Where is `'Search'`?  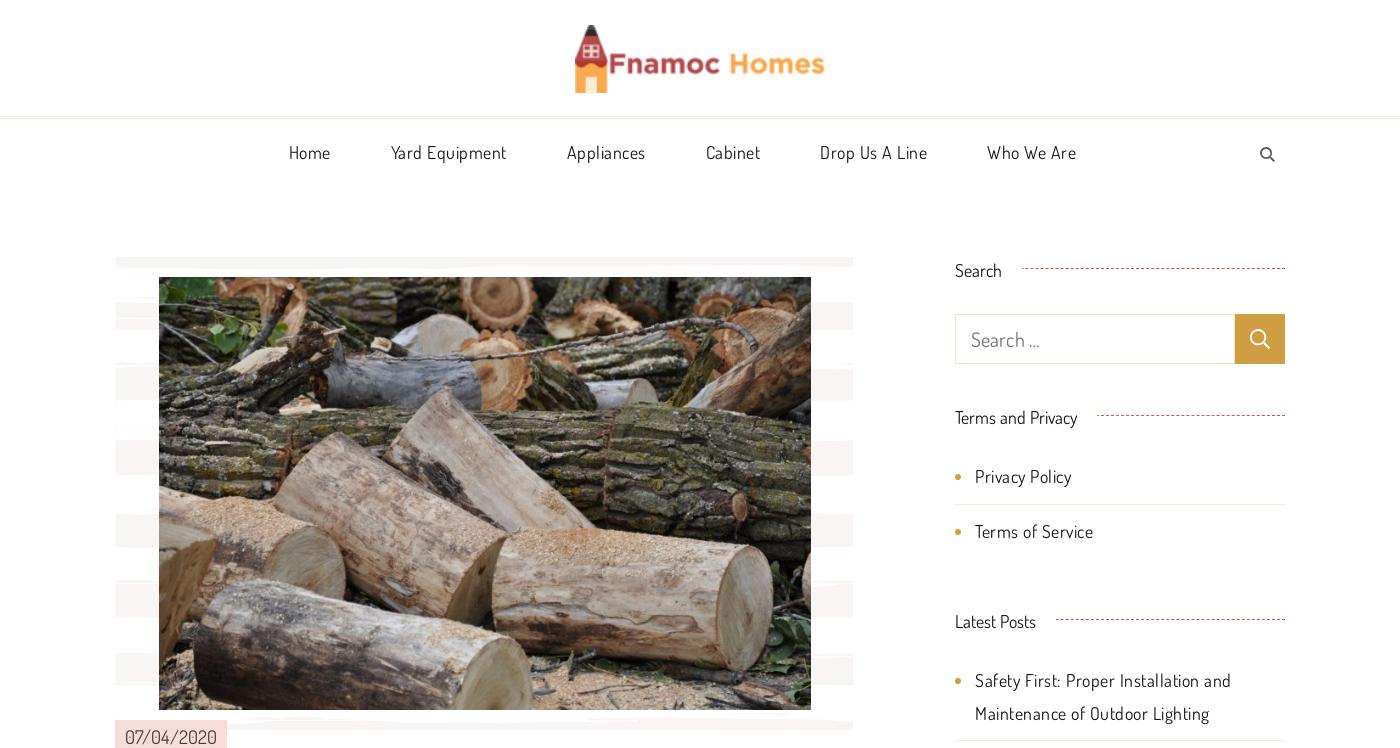
'Search' is located at coordinates (978, 269).